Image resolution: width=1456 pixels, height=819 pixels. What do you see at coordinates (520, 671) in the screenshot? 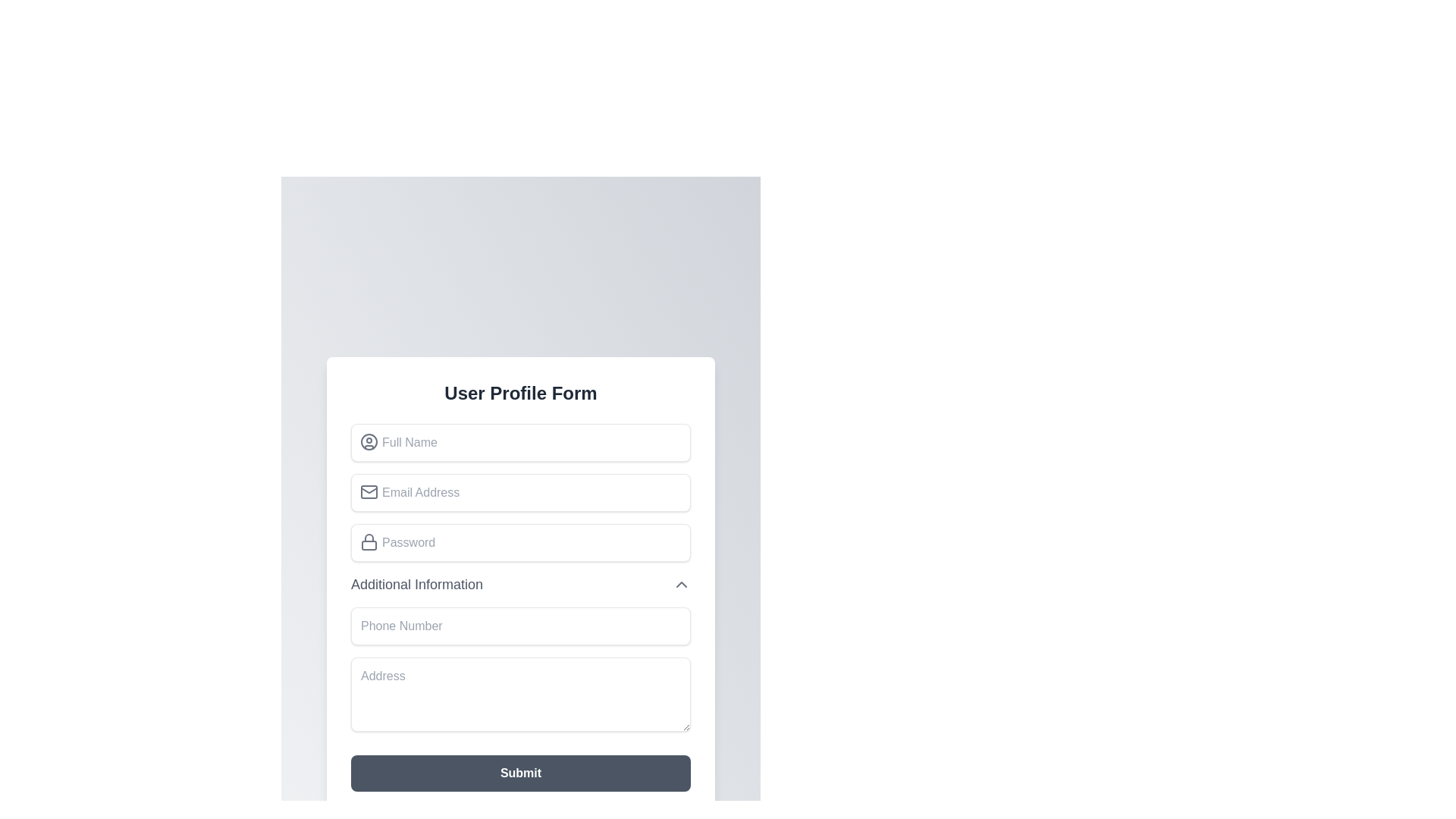
I see `the 'Address' input field to focus on it, which is located under the 'Phone Number' field and above the 'Submit' button in the 'Additional Information' section` at bounding box center [520, 671].